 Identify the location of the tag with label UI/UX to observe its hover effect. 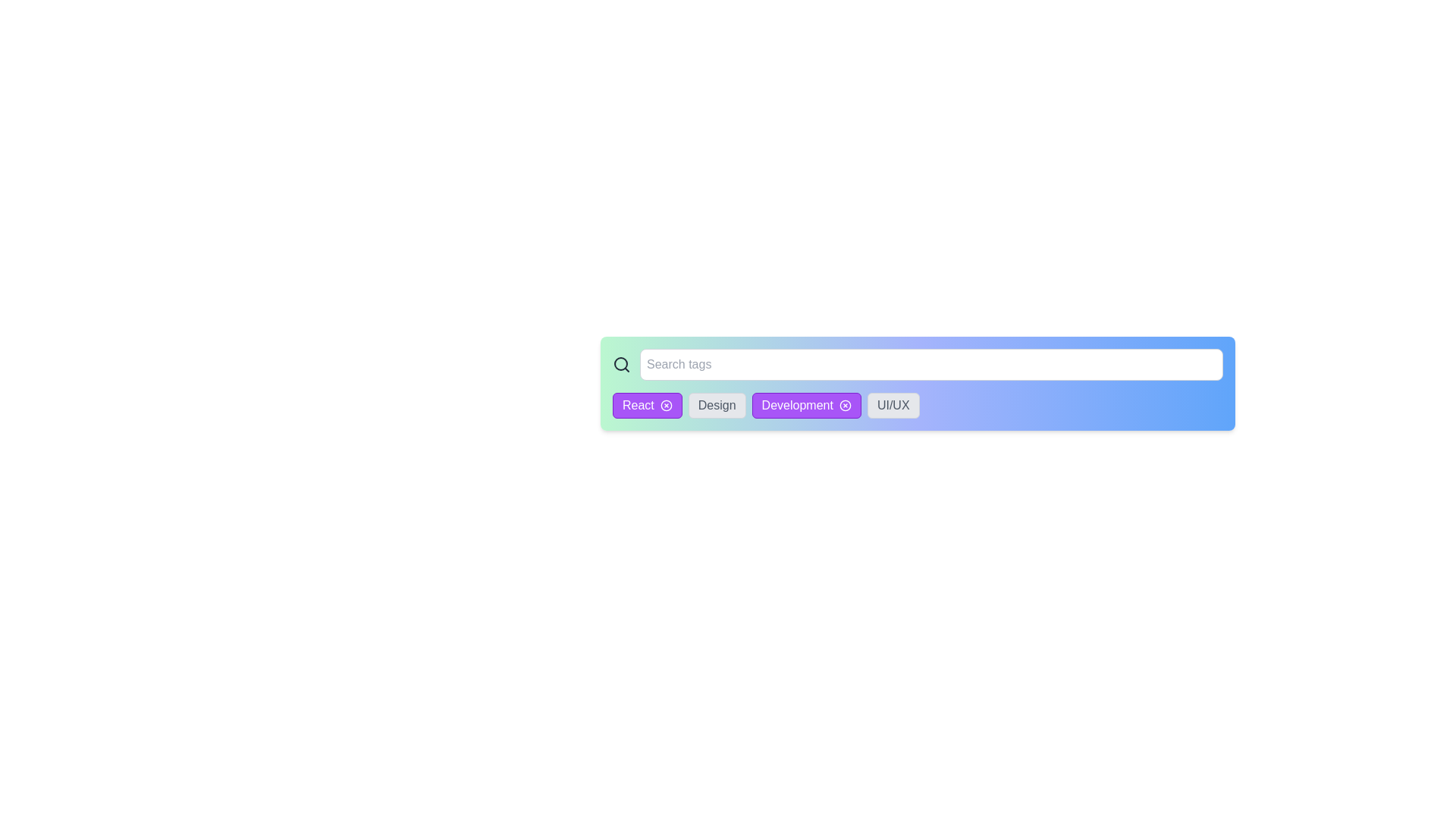
(893, 405).